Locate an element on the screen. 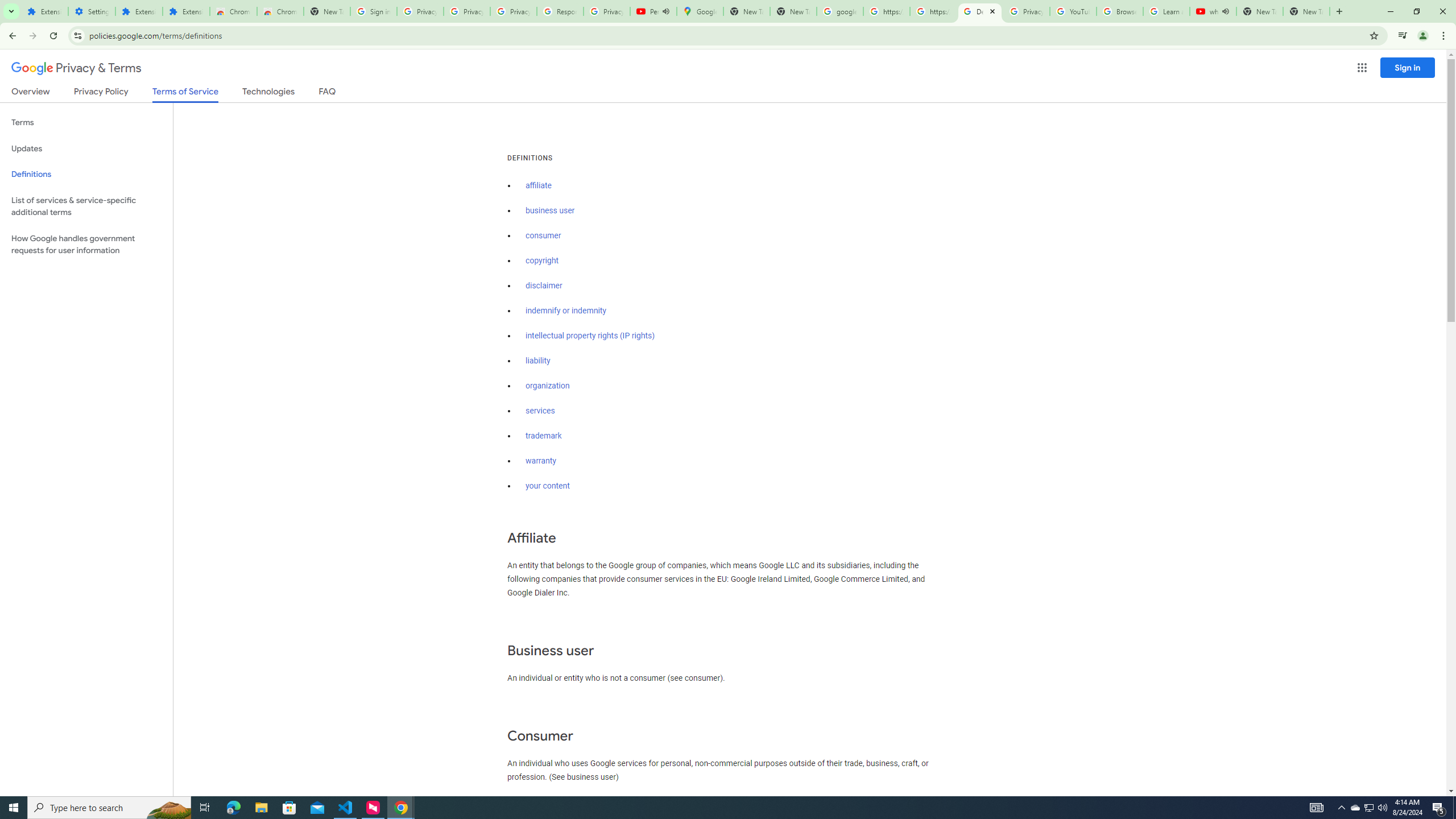 Image resolution: width=1456 pixels, height=819 pixels. 'liability' is located at coordinates (537, 361).